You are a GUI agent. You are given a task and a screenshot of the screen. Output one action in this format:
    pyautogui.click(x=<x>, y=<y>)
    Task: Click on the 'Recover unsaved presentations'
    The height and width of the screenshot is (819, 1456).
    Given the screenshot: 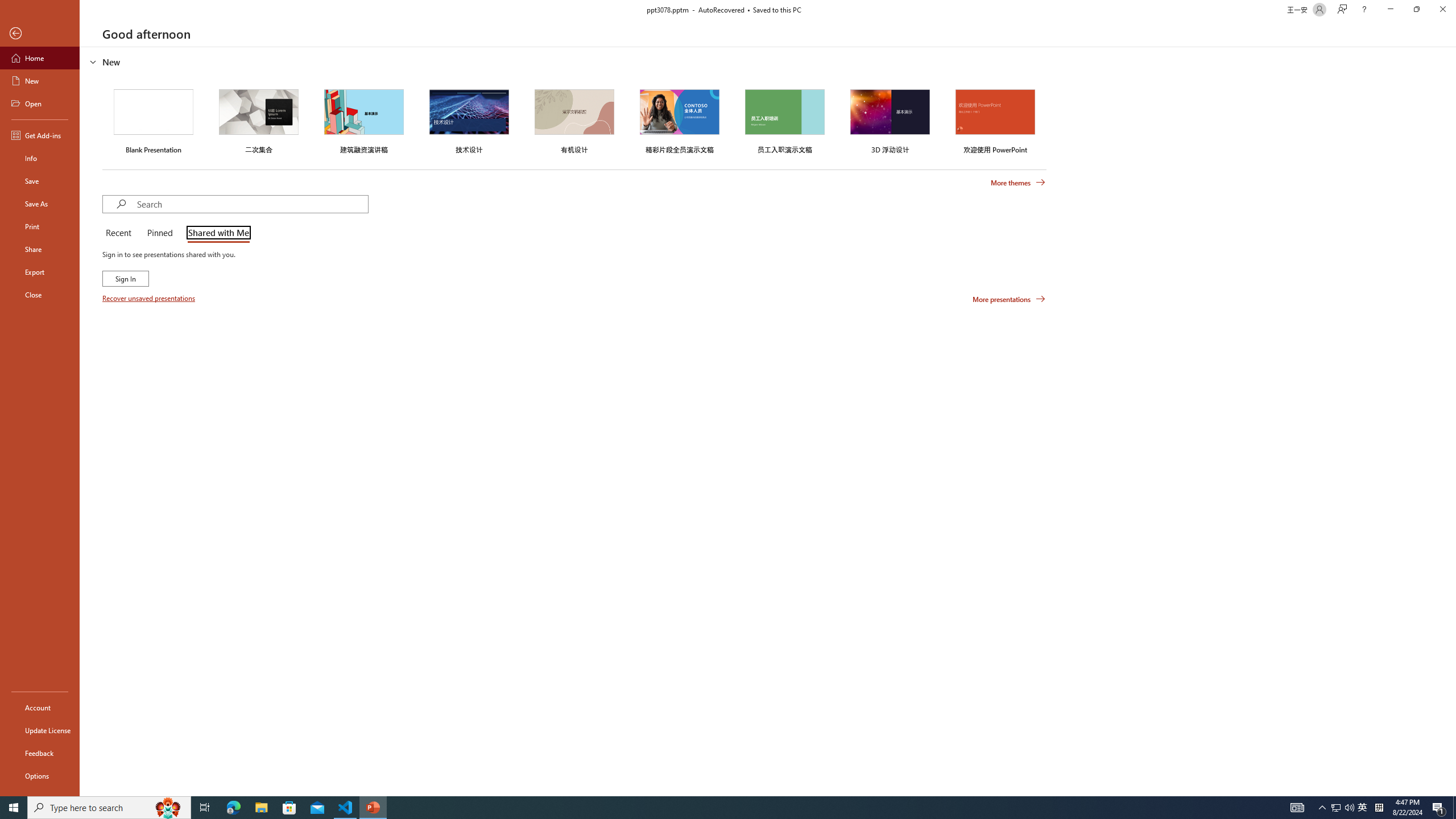 What is the action you would take?
    pyautogui.click(x=149, y=298)
    